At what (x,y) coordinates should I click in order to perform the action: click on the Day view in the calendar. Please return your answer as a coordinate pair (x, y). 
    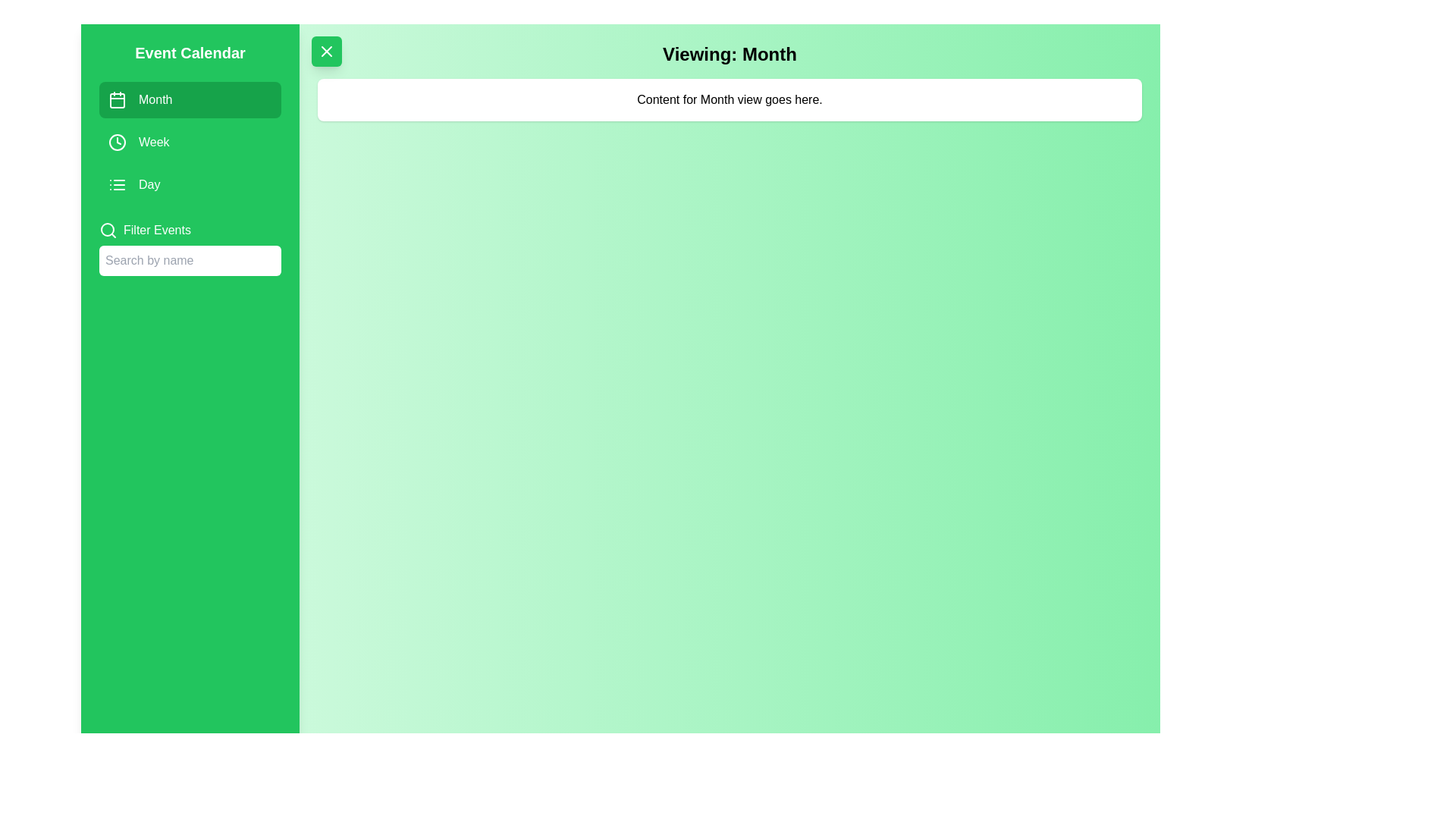
    Looking at the image, I should click on (189, 184).